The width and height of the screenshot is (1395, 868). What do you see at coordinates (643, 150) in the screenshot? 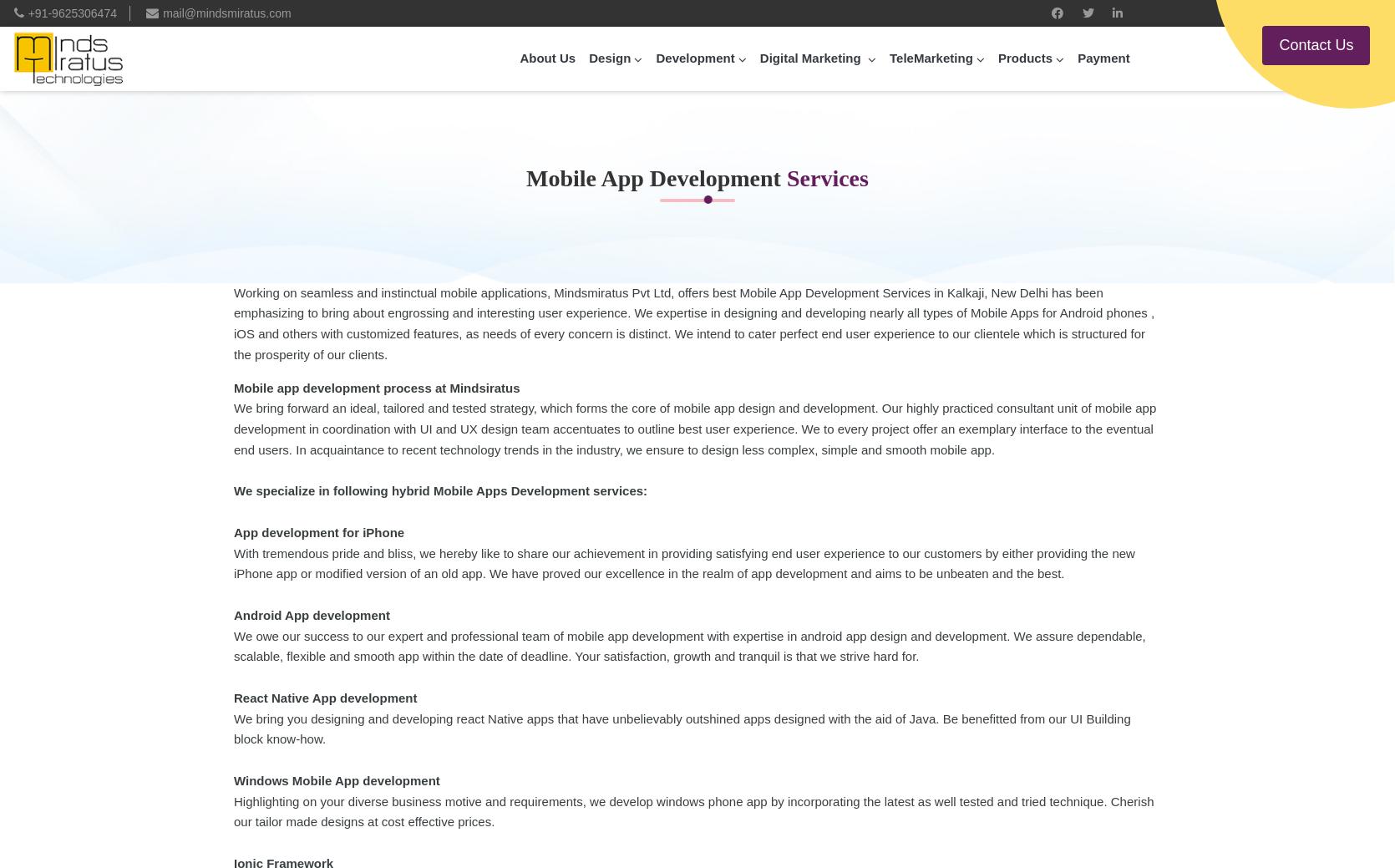
I see `'Website Designing'` at bounding box center [643, 150].